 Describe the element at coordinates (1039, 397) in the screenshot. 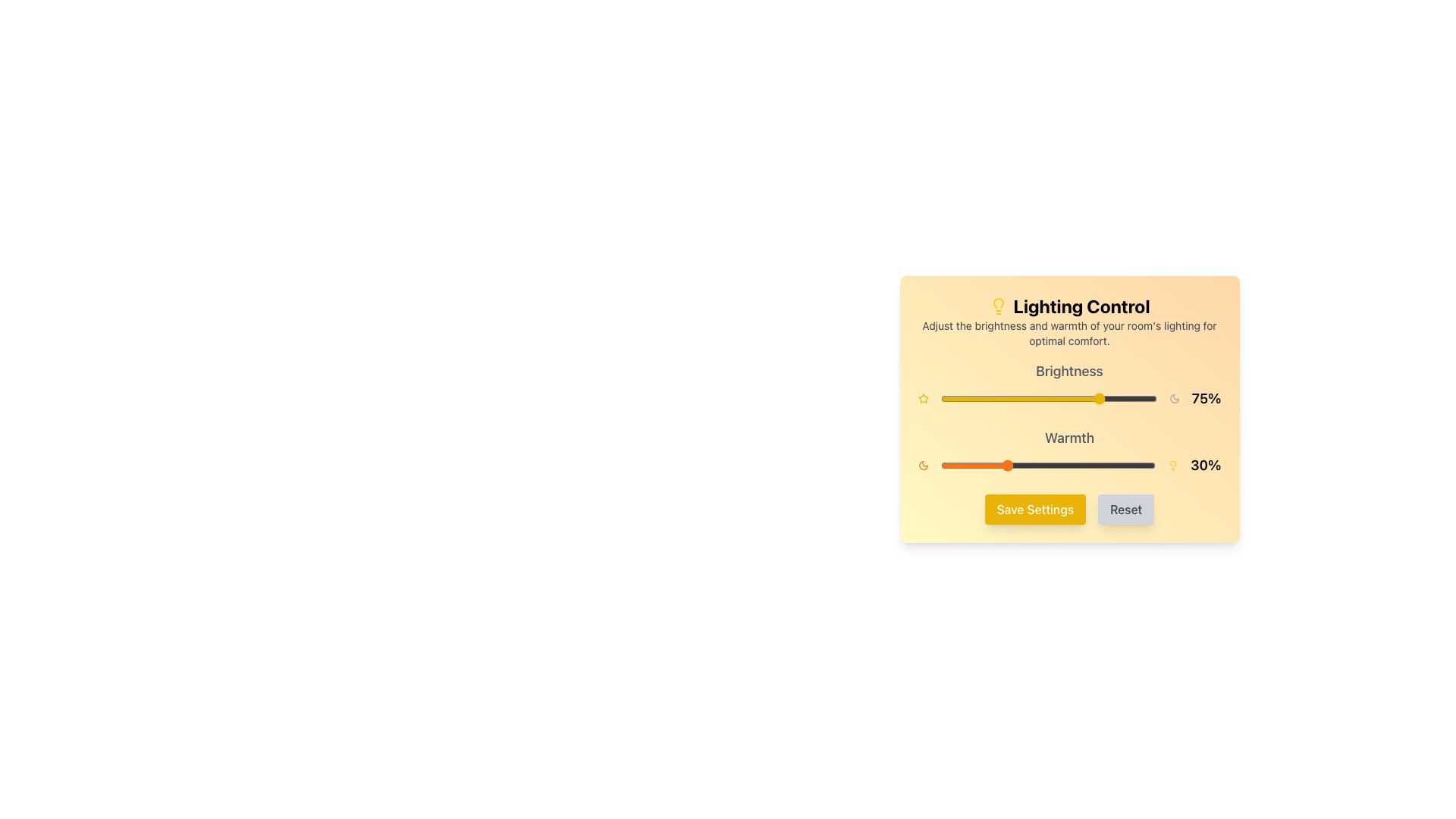

I see `the brightness` at that location.